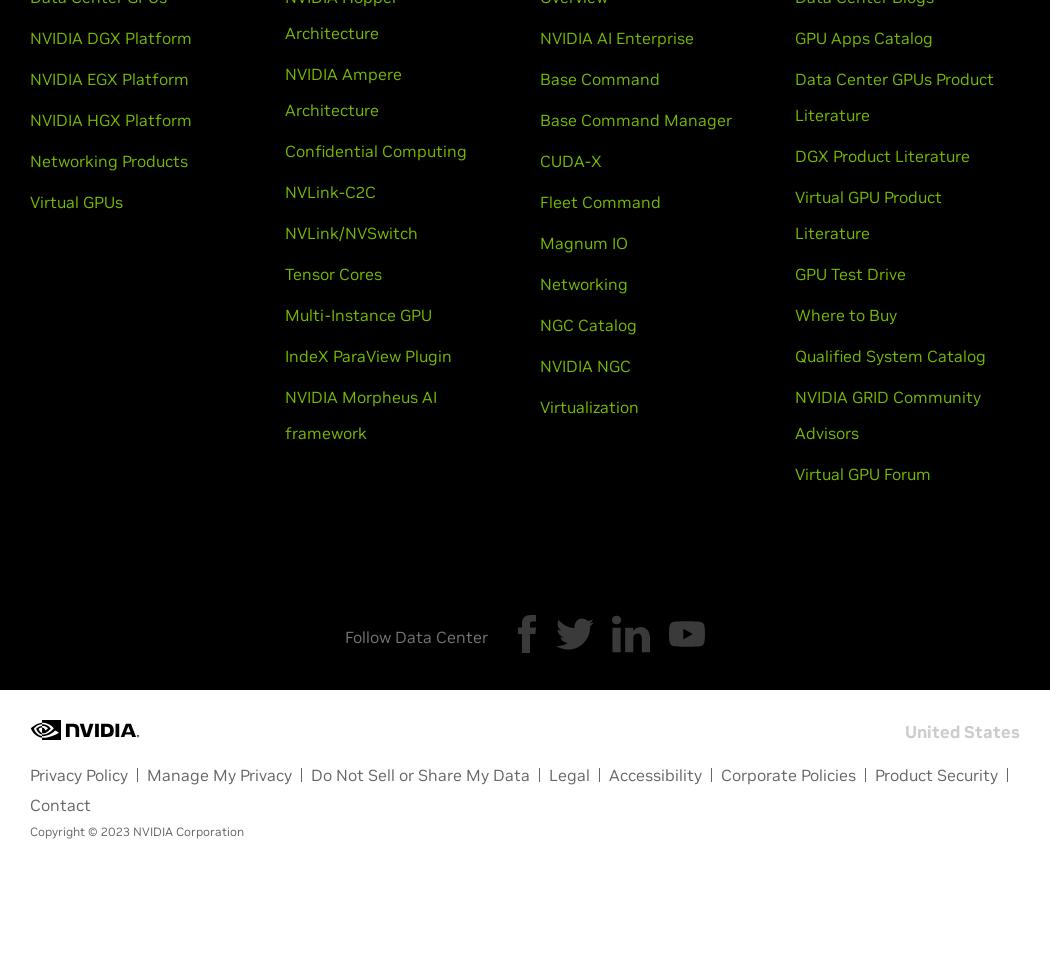 The width and height of the screenshot is (1050, 976). I want to click on 'Networking', so click(540, 284).